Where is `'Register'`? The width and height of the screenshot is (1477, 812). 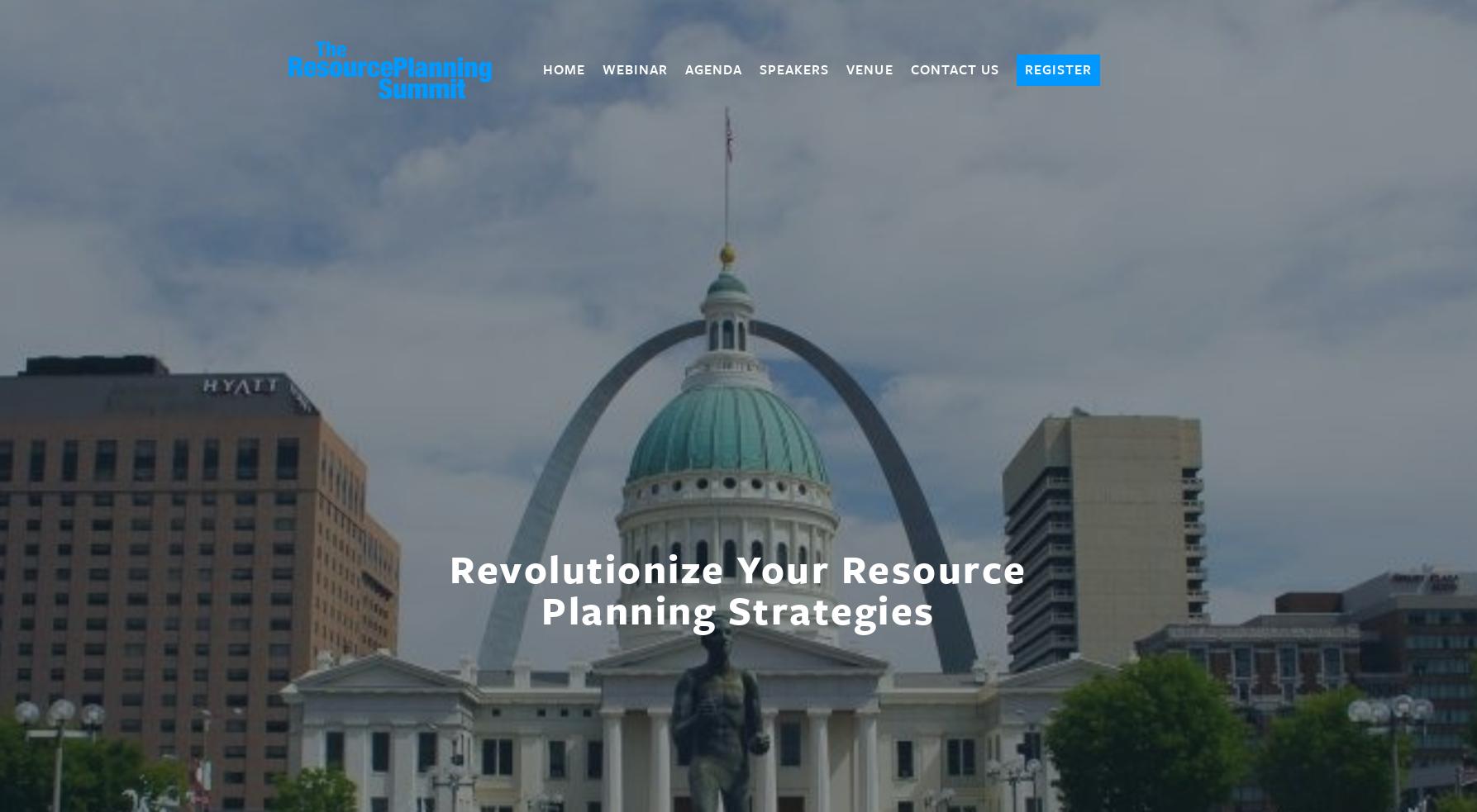 'Register' is located at coordinates (1056, 69).